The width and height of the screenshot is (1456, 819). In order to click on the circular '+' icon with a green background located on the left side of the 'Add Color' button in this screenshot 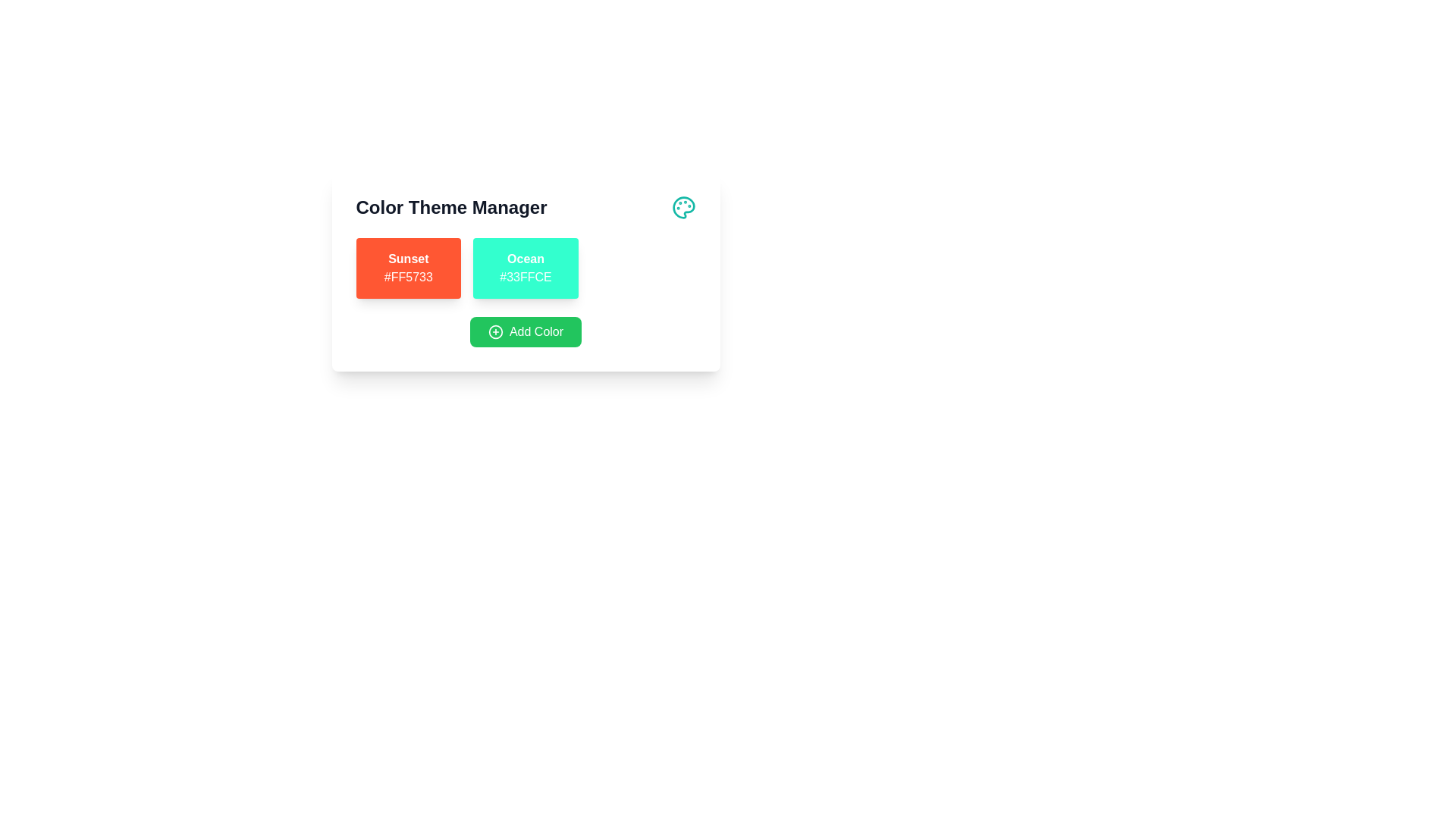, I will do `click(495, 331)`.